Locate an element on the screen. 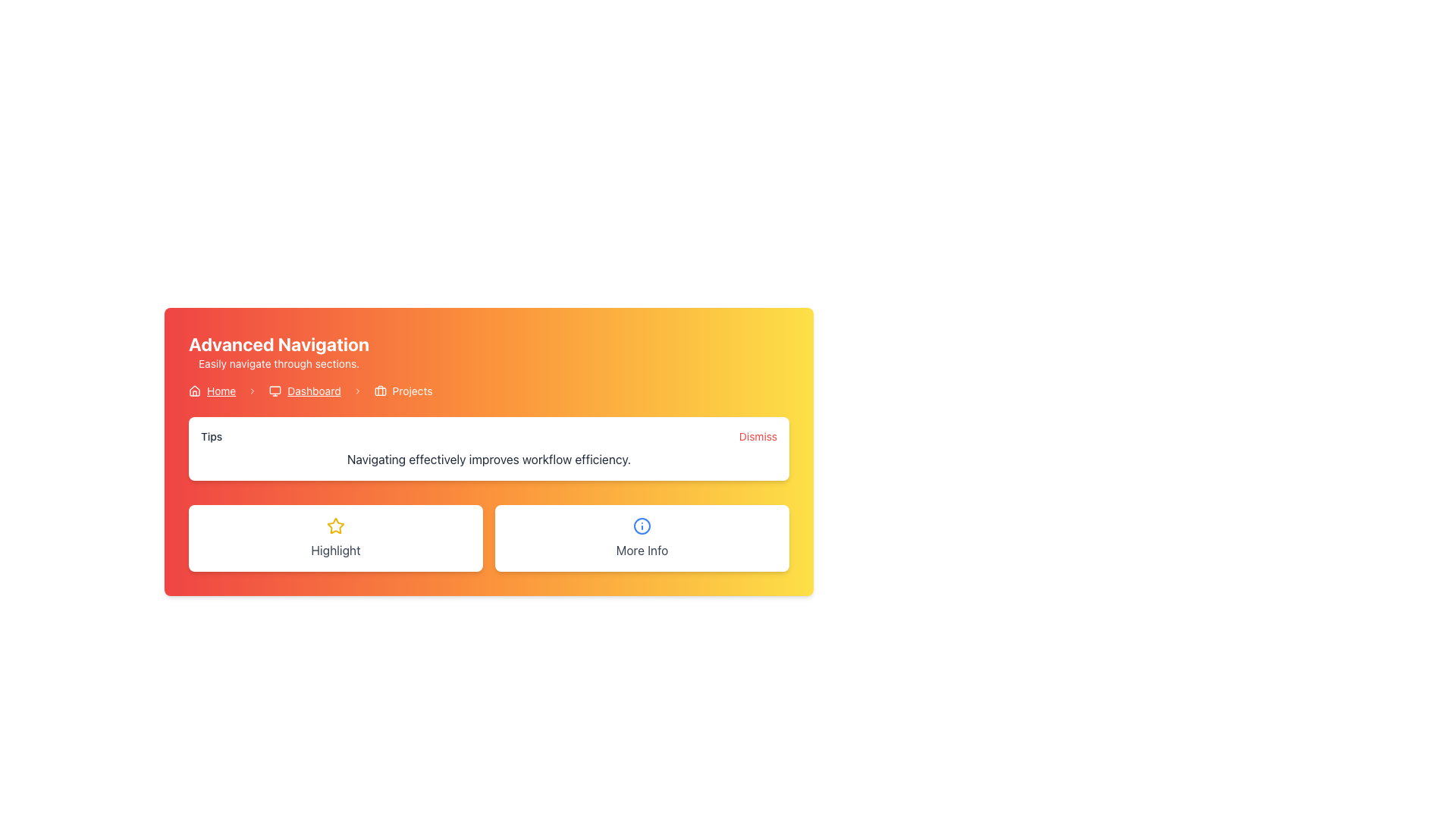 This screenshot has height=819, width=1456. the 'Home' icon in the breadcrumb navigation to trigger the tooltip is located at coordinates (194, 390).